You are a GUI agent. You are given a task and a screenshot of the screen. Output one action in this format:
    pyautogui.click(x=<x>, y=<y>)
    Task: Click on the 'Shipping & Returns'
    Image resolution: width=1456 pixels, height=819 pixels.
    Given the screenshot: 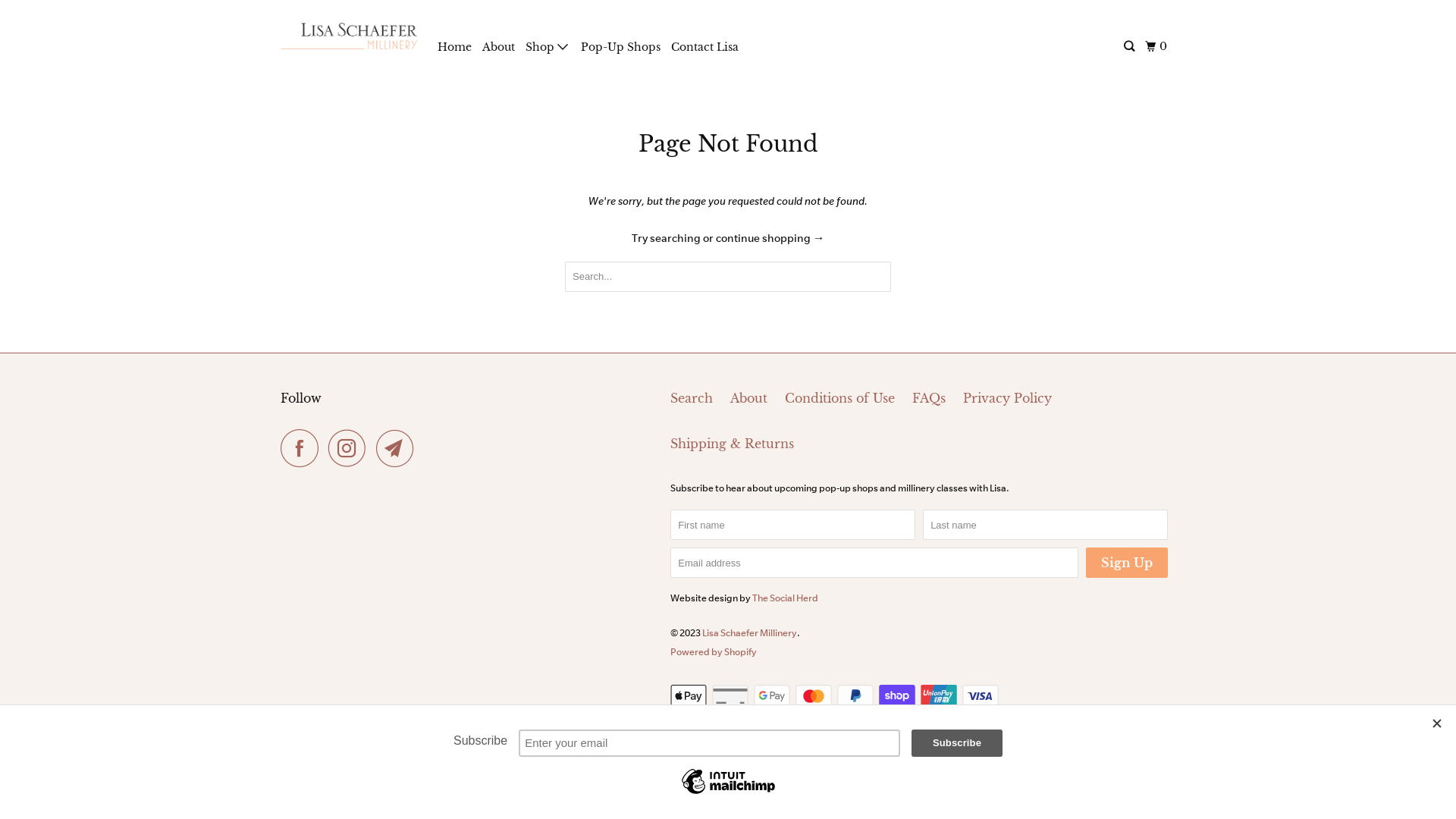 What is the action you would take?
    pyautogui.click(x=732, y=444)
    